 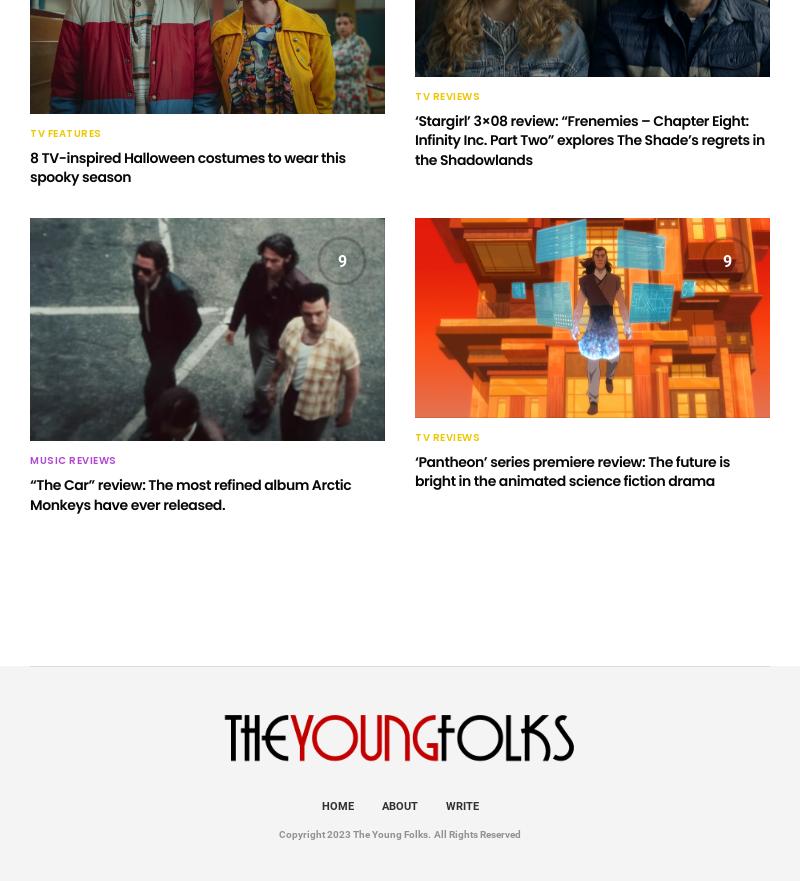 What do you see at coordinates (398, 833) in the screenshot?
I see `'Copyright 2023 The Young Folks. All Rights Reserved'` at bounding box center [398, 833].